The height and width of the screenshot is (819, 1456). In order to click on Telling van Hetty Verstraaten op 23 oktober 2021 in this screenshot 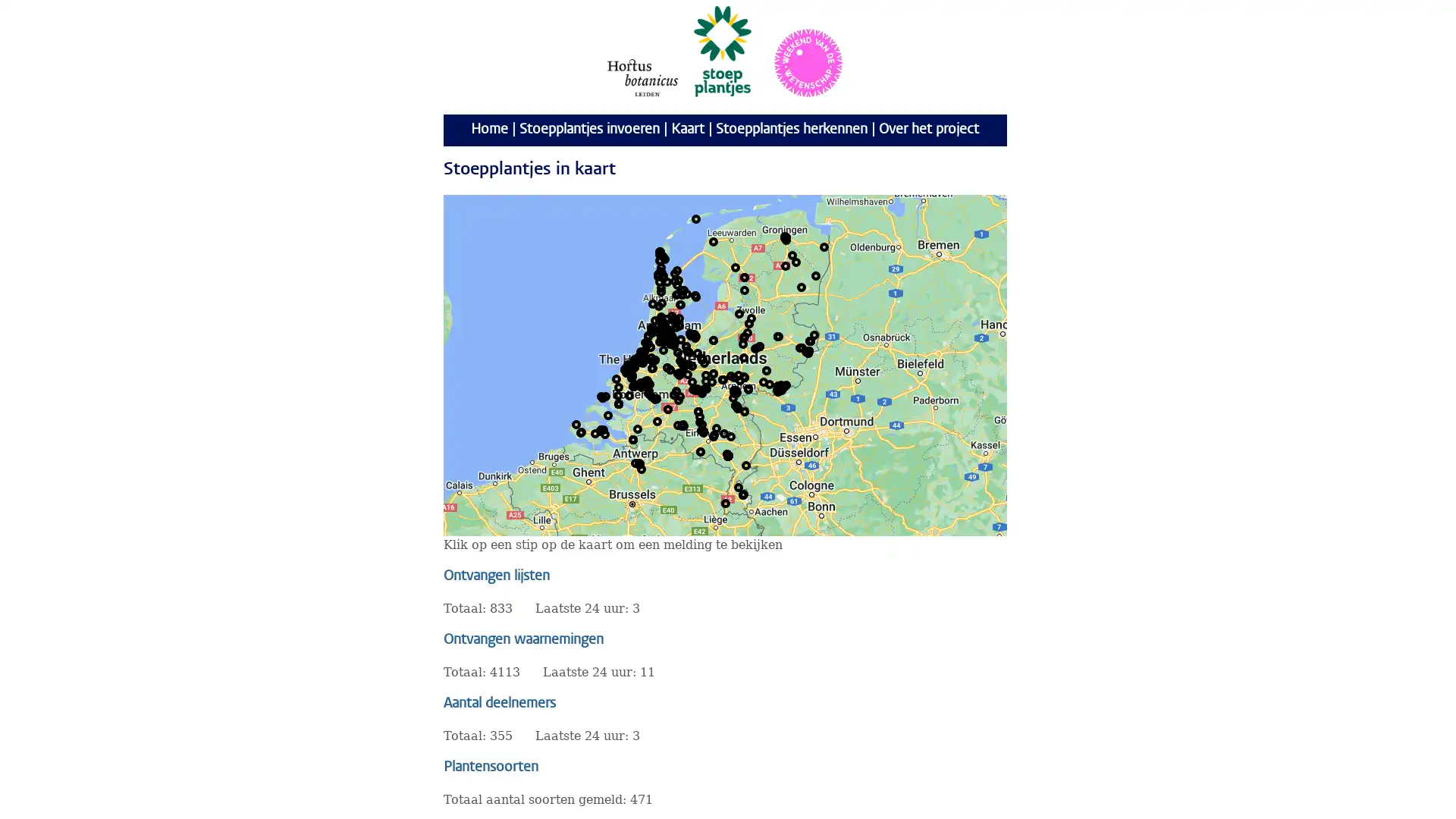, I will do `click(747, 331)`.